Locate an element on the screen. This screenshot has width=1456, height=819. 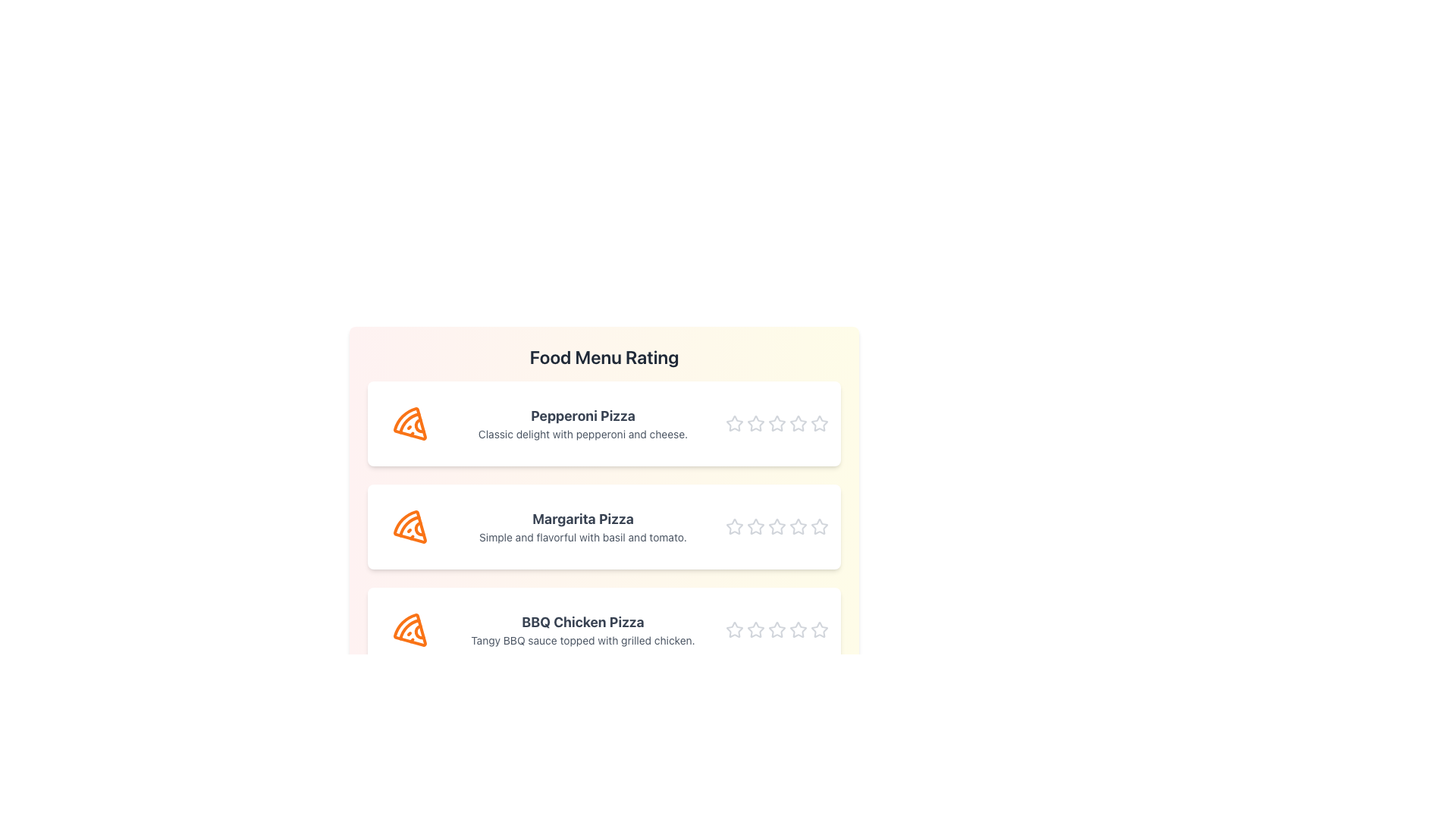
the fourth star rating icon for the 'BBQ Chicken Pizza' in the five-star rating system is located at coordinates (797, 629).